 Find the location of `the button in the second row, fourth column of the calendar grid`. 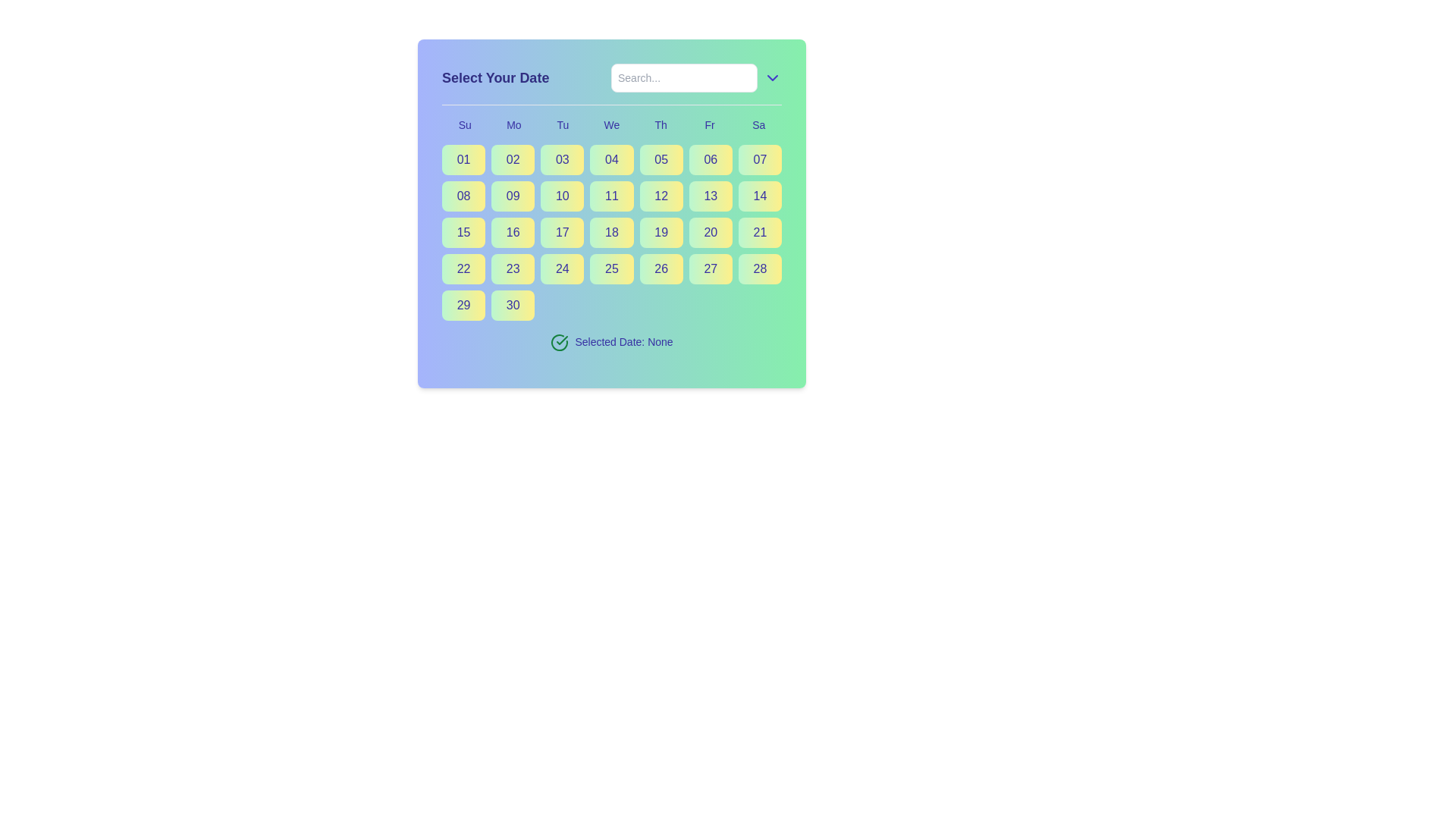

the button in the second row, fourth column of the calendar grid is located at coordinates (561, 195).